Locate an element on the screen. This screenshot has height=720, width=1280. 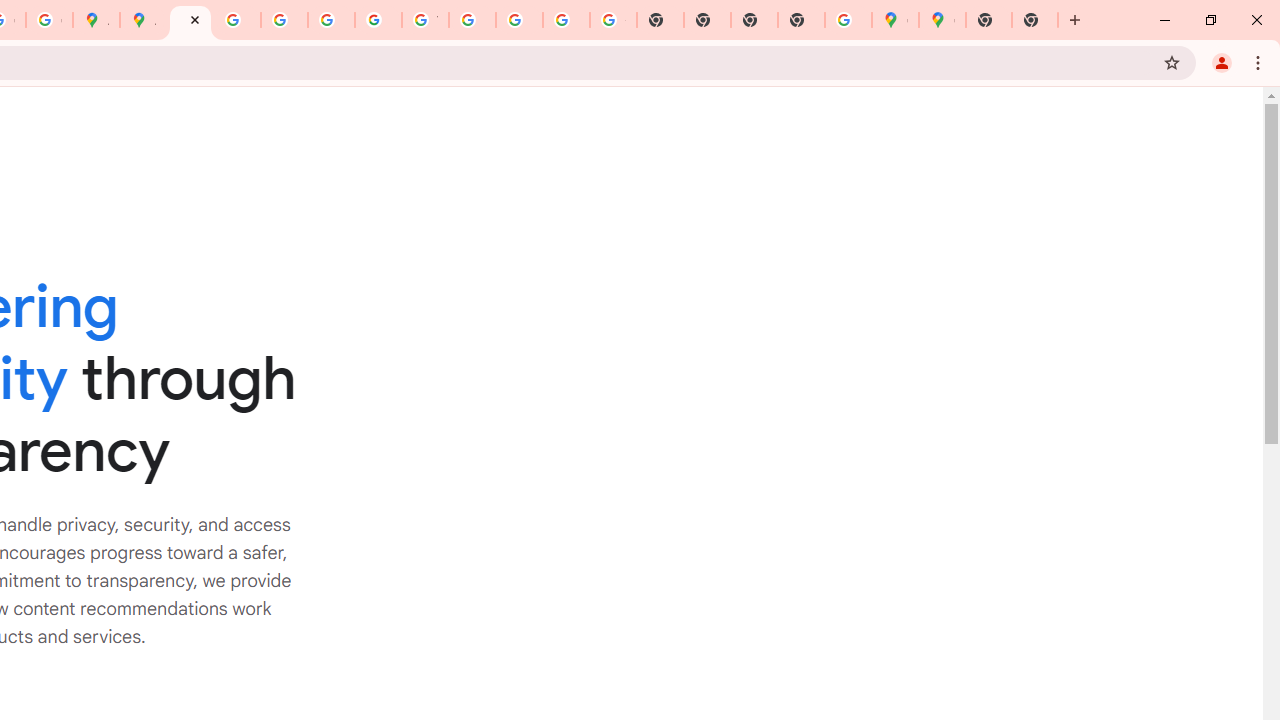
'YouTube' is located at coordinates (424, 20).